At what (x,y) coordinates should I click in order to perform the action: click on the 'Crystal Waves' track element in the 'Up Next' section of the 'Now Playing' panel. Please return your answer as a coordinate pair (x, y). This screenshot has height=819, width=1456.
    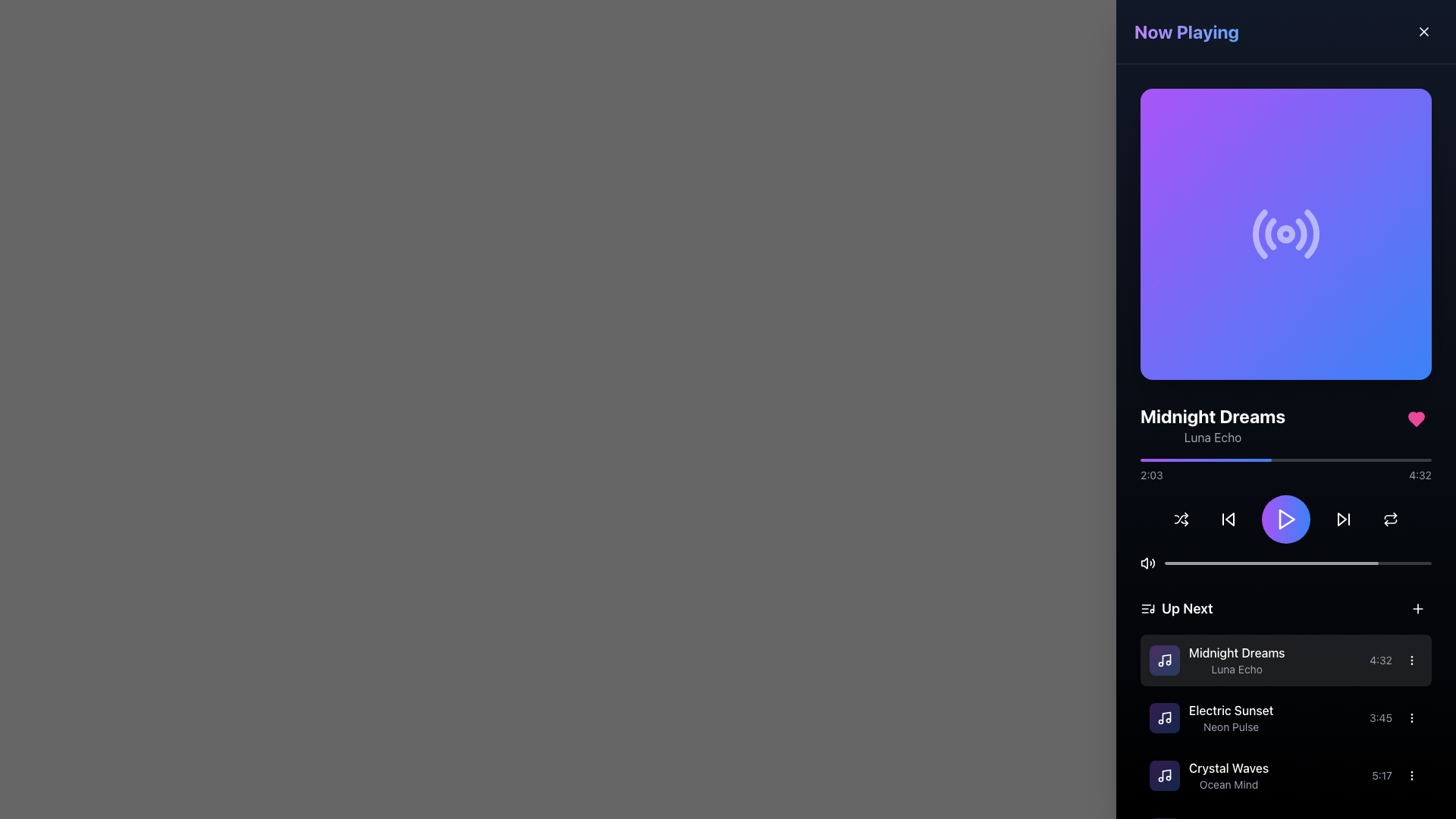
    Looking at the image, I should click on (1208, 775).